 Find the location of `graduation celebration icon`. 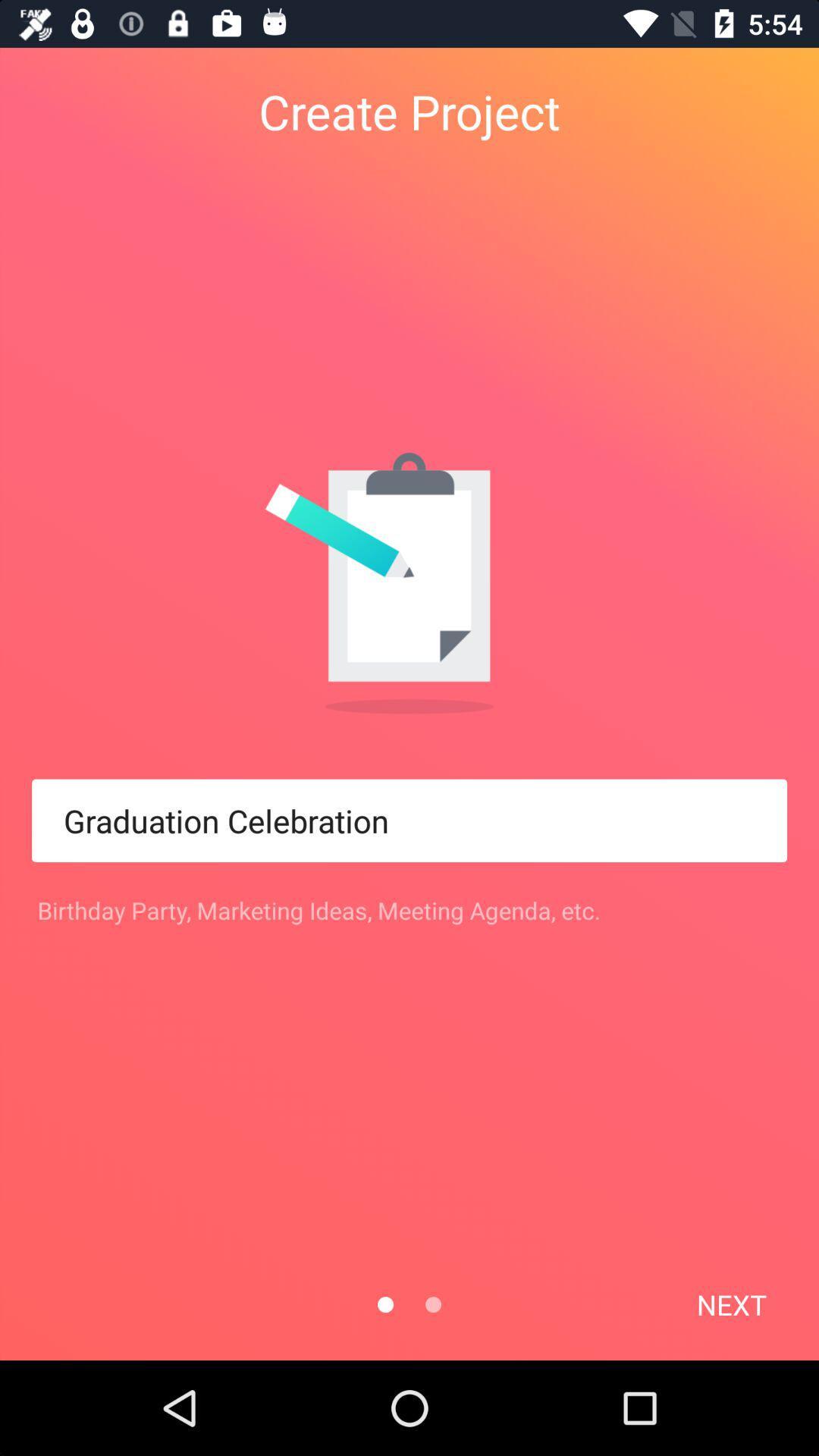

graduation celebration icon is located at coordinates (409, 820).